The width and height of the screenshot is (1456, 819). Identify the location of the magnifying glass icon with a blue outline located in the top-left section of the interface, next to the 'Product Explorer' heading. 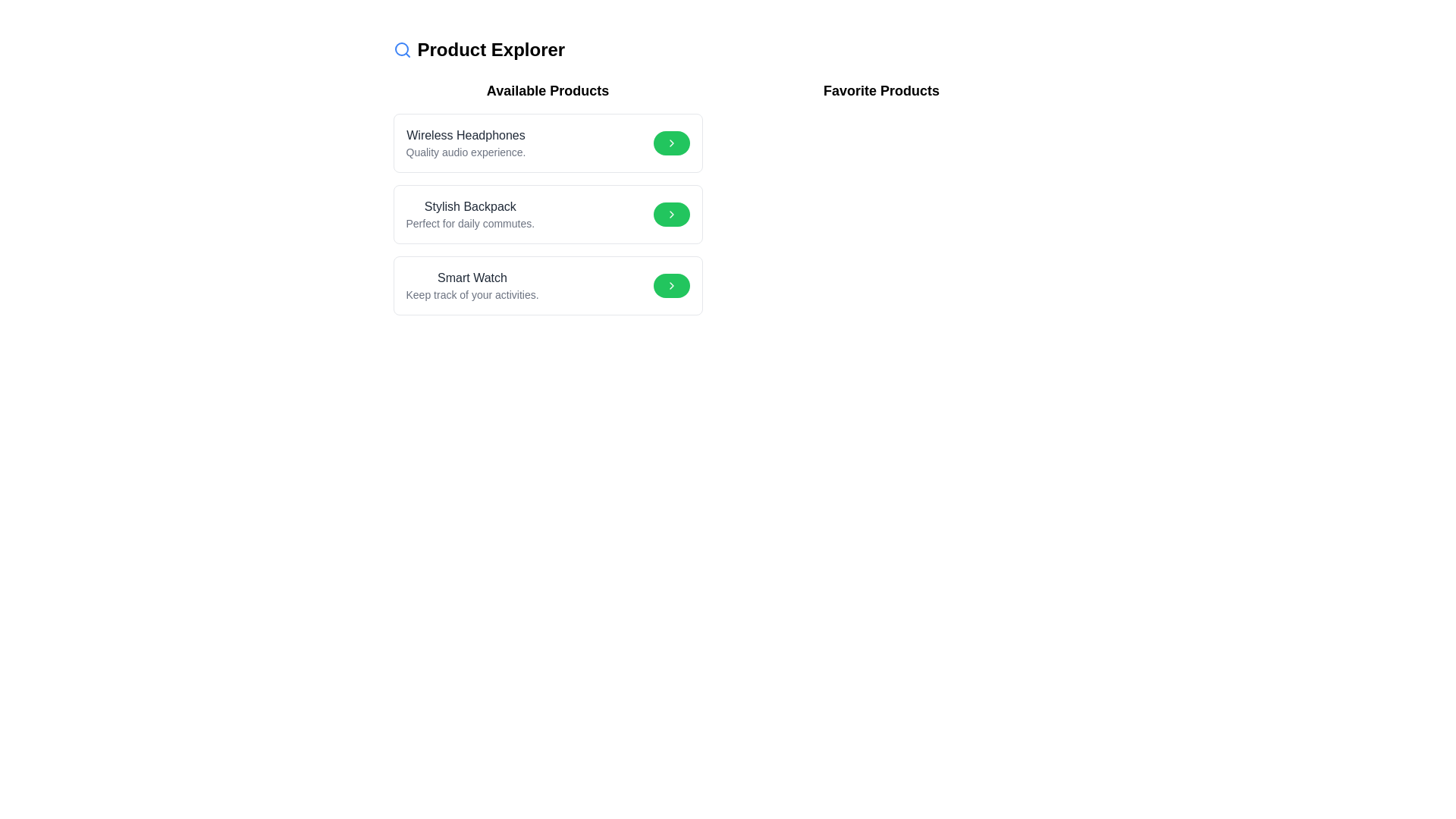
(402, 49).